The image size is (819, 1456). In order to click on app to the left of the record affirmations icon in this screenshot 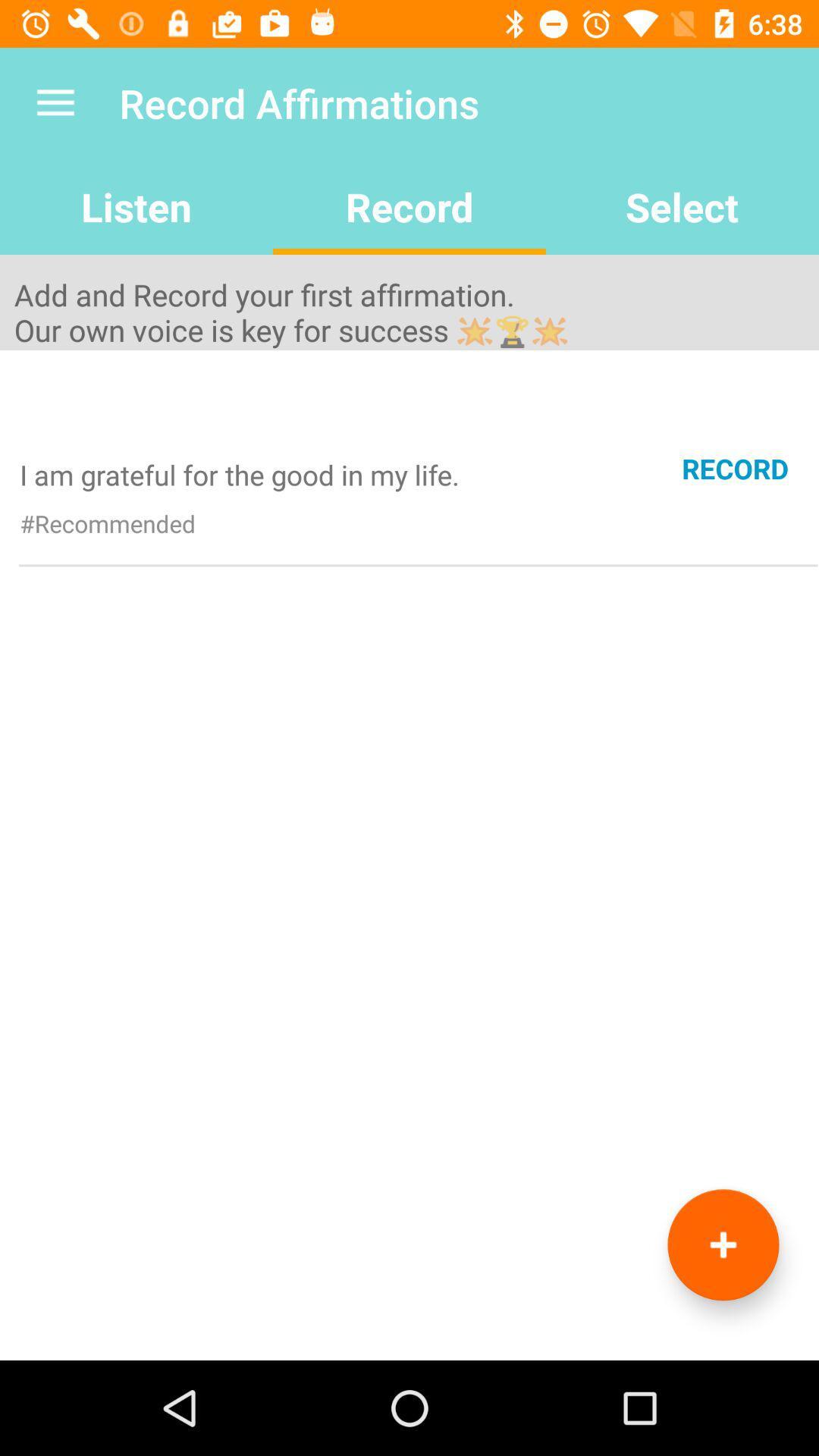, I will do `click(55, 102)`.